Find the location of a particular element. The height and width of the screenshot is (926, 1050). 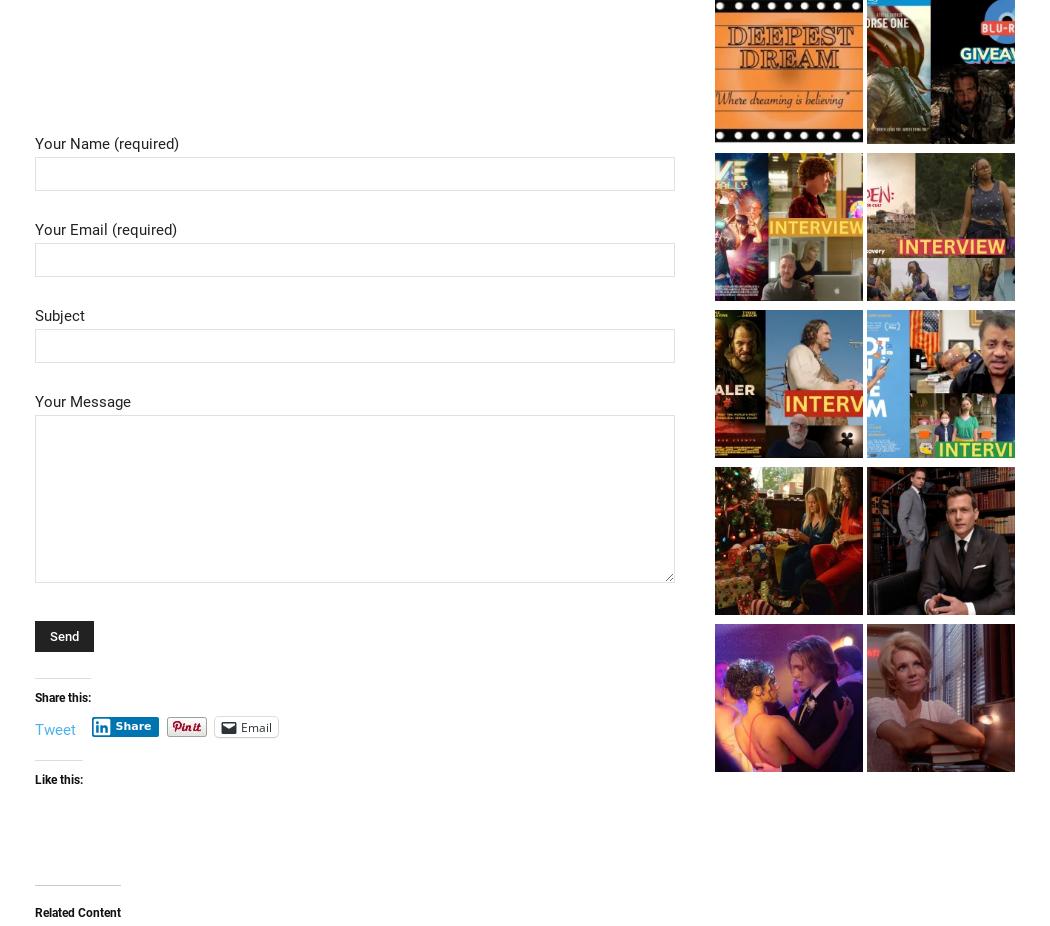

'Tweet' is located at coordinates (54, 729).